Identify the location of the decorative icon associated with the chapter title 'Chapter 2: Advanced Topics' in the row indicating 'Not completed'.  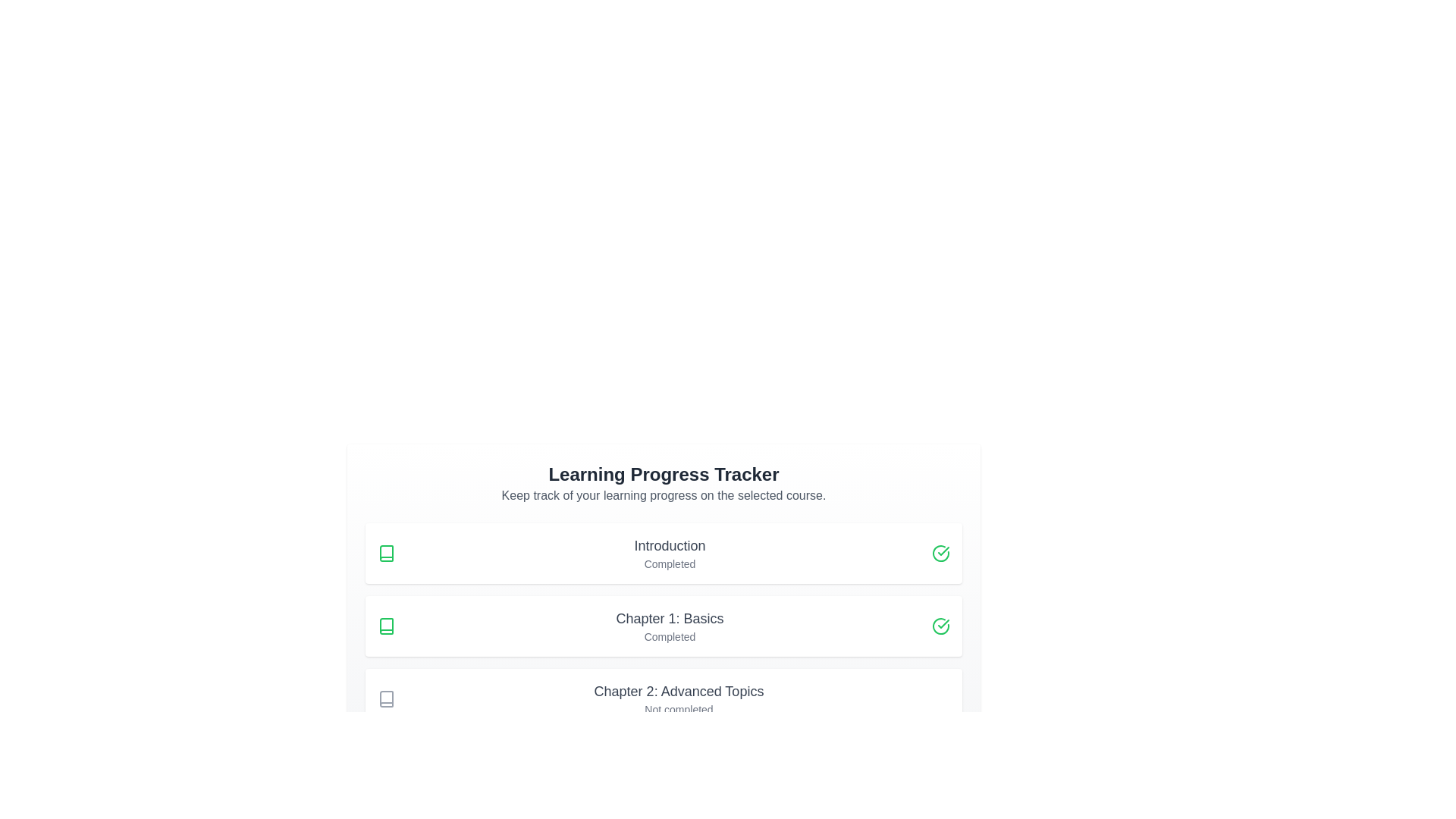
(386, 698).